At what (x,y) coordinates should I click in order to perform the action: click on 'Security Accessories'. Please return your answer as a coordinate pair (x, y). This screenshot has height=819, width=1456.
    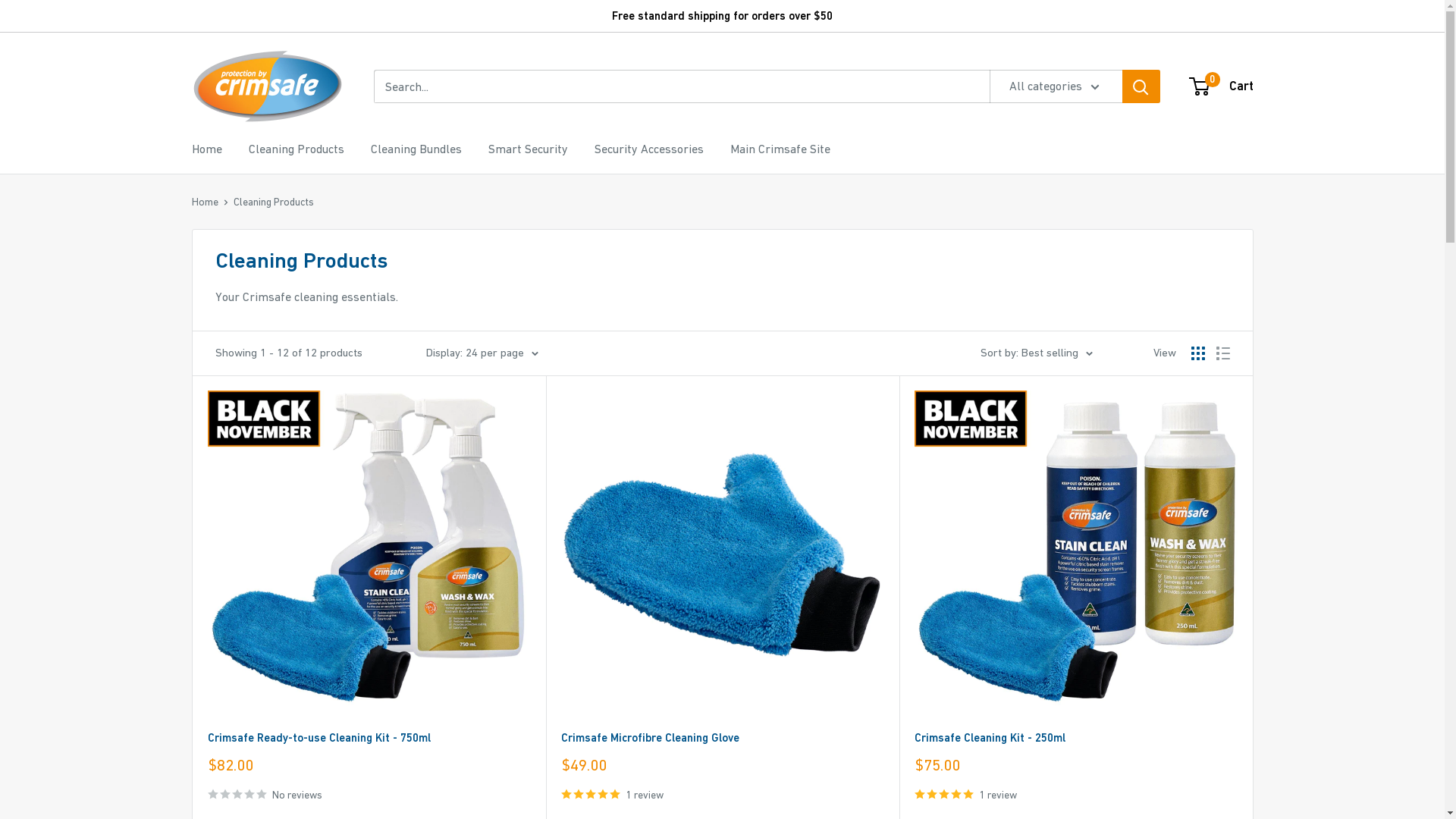
    Looking at the image, I should click on (648, 149).